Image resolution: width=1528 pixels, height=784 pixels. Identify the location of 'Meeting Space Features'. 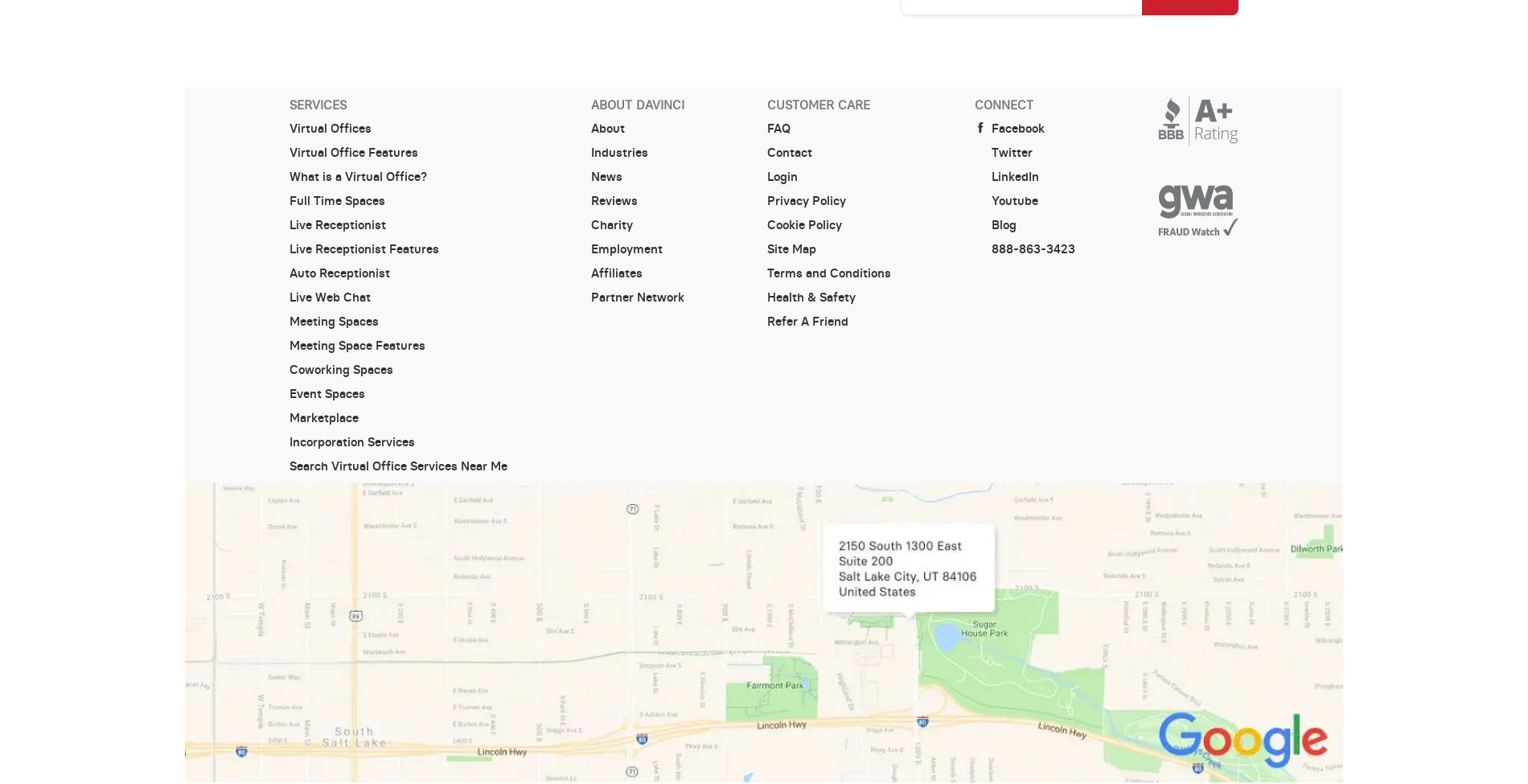
(355, 345).